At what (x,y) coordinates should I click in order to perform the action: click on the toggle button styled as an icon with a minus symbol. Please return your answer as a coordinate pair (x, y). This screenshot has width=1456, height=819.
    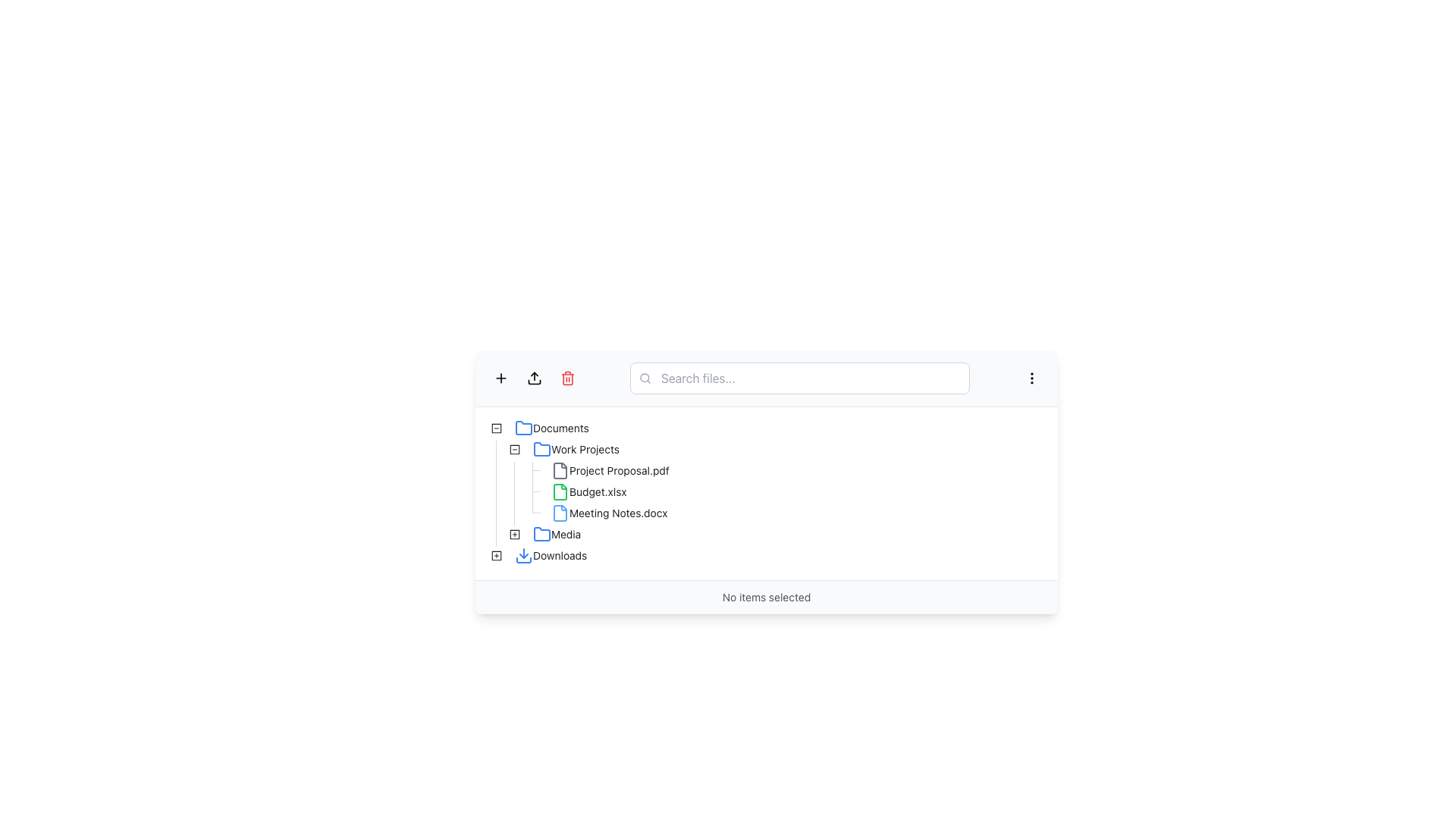
    Looking at the image, I should click on (514, 449).